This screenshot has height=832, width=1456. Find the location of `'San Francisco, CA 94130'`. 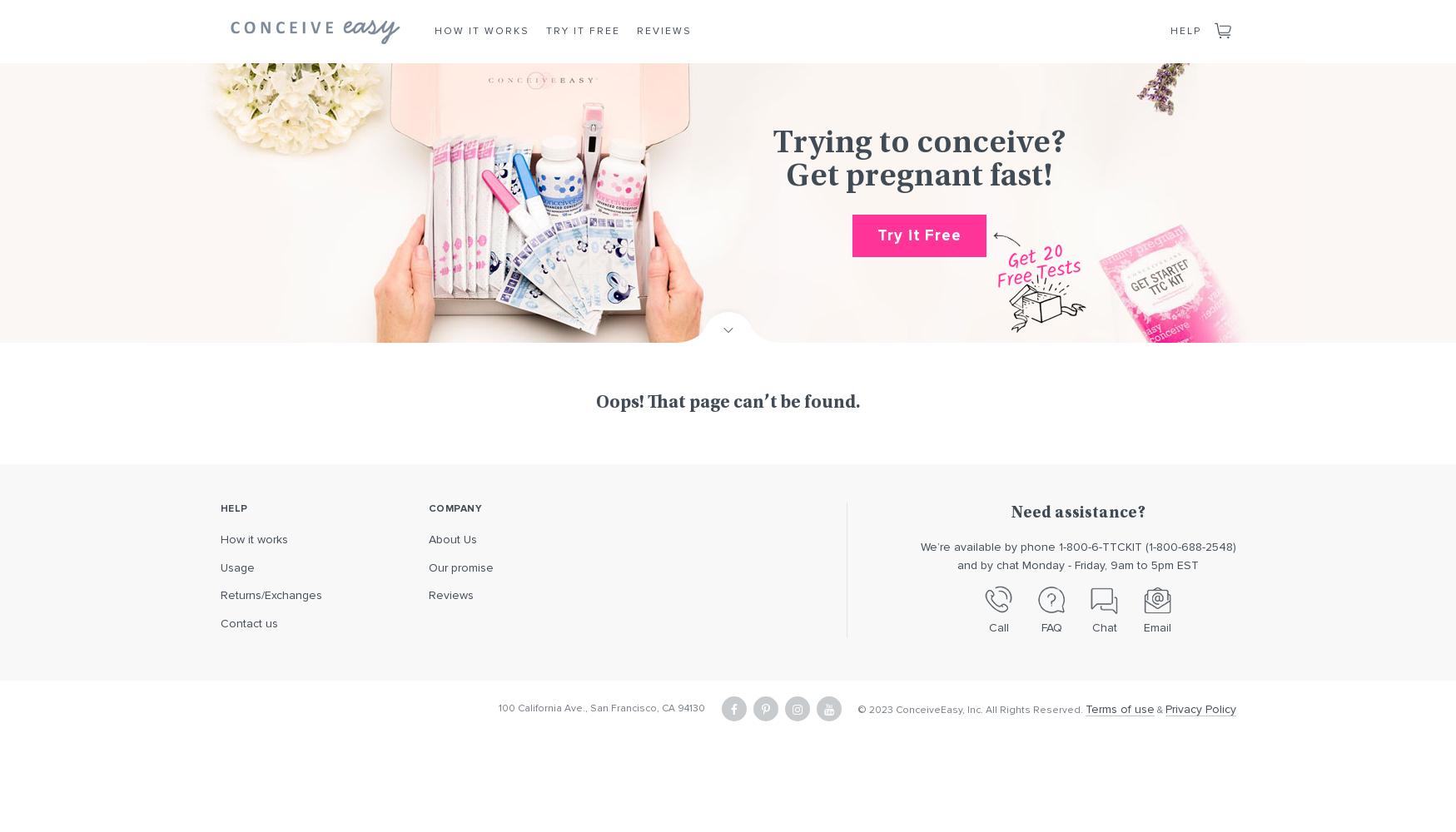

'San Francisco, CA 94130' is located at coordinates (647, 707).